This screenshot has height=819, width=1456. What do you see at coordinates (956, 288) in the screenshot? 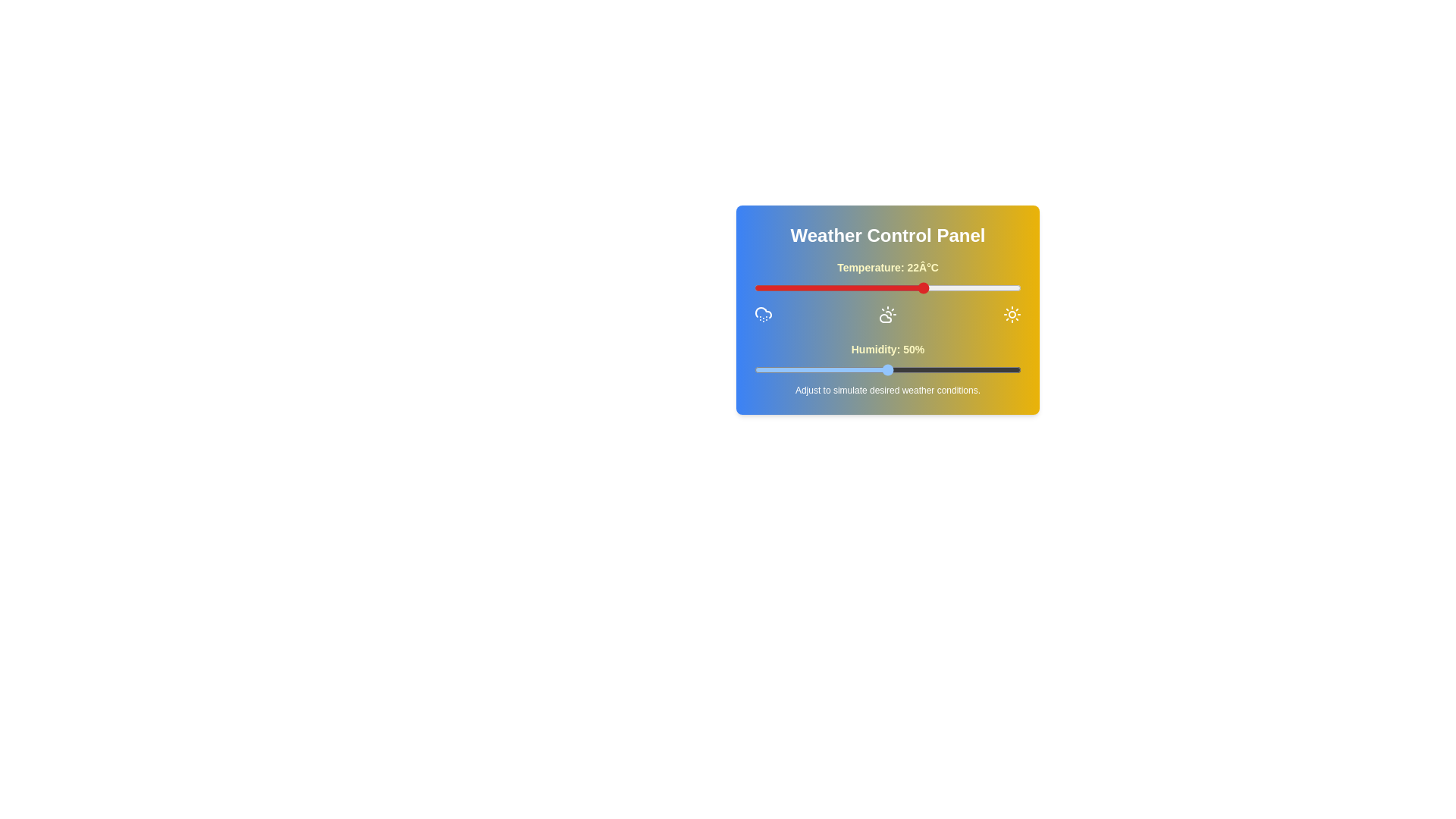
I see `the temperature` at bounding box center [956, 288].